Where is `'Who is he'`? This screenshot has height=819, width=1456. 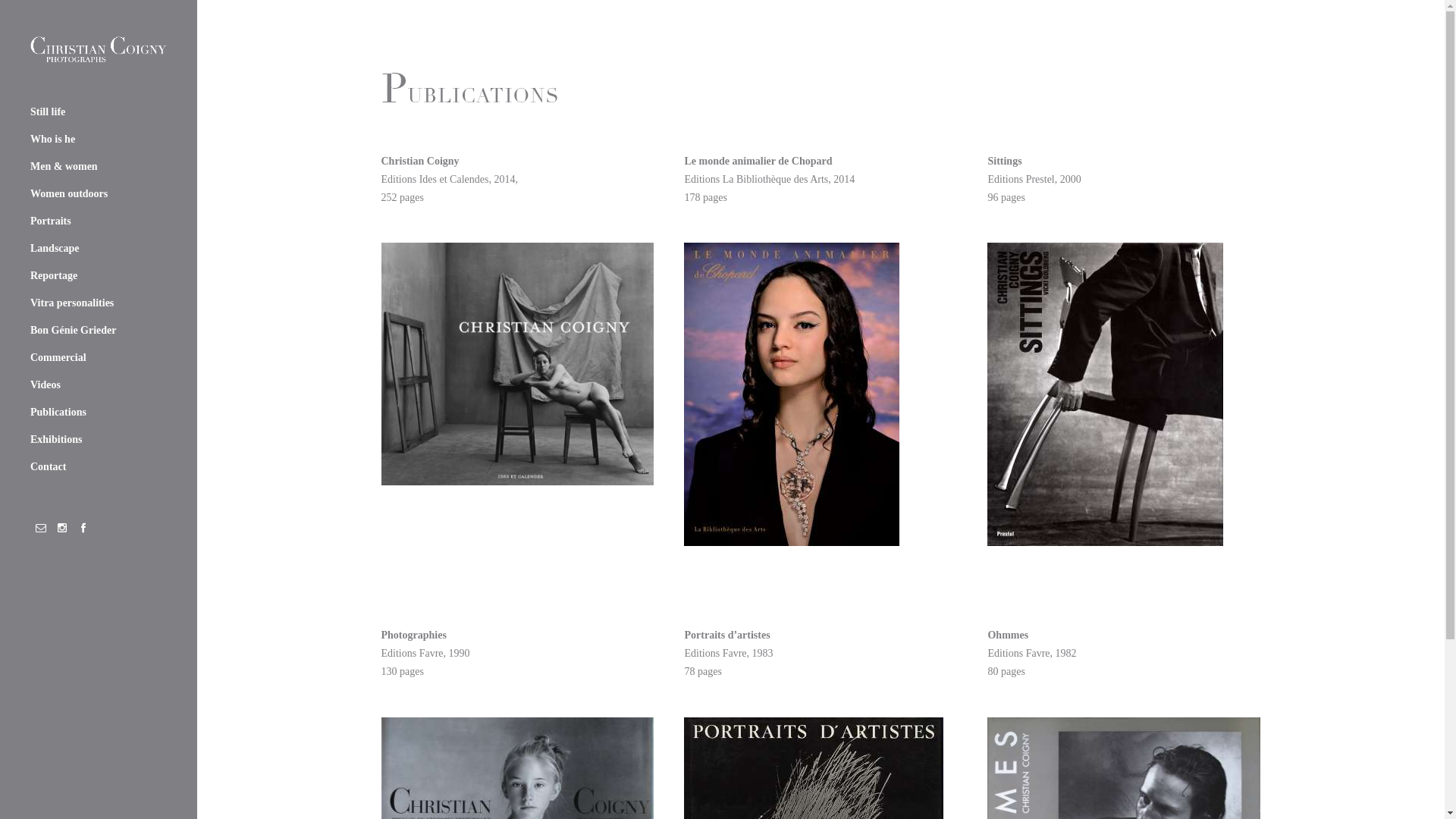 'Who is he' is located at coordinates (97, 140).